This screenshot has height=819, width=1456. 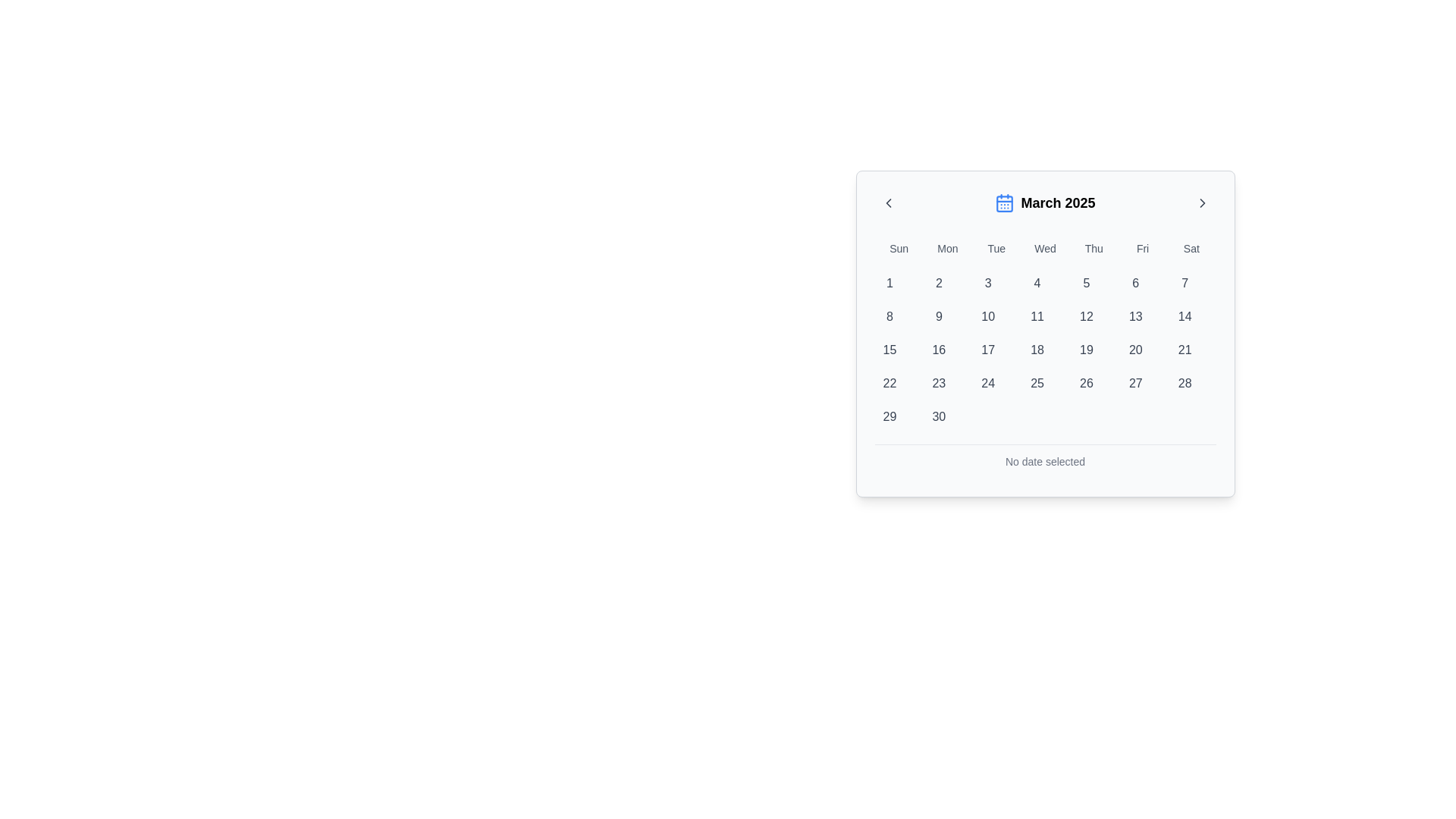 I want to click on the button representing the 8th day of the month in the calendar, so click(x=890, y=315).